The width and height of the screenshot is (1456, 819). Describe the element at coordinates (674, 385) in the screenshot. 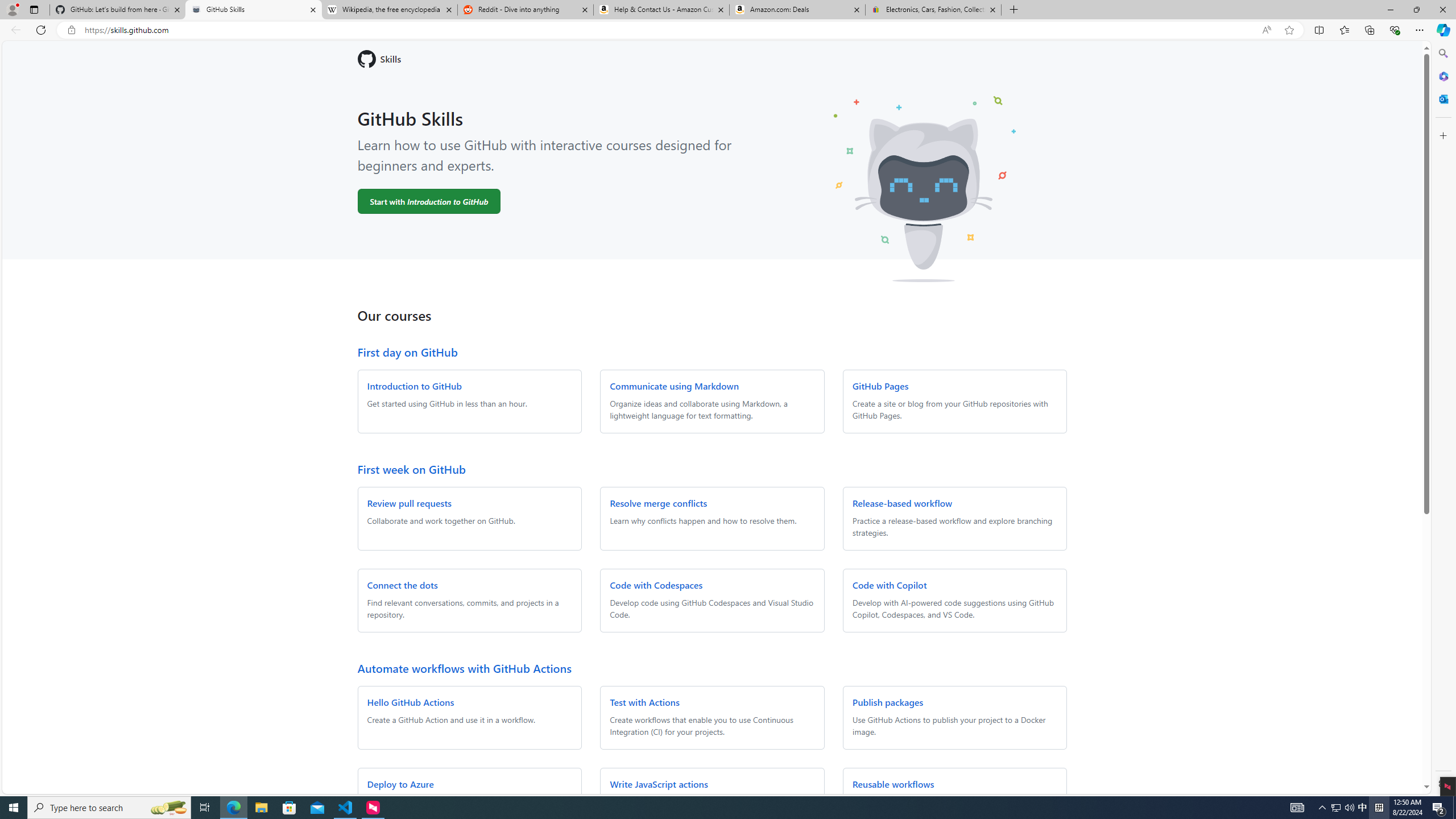

I see `'Communicate using Markdown'` at that location.